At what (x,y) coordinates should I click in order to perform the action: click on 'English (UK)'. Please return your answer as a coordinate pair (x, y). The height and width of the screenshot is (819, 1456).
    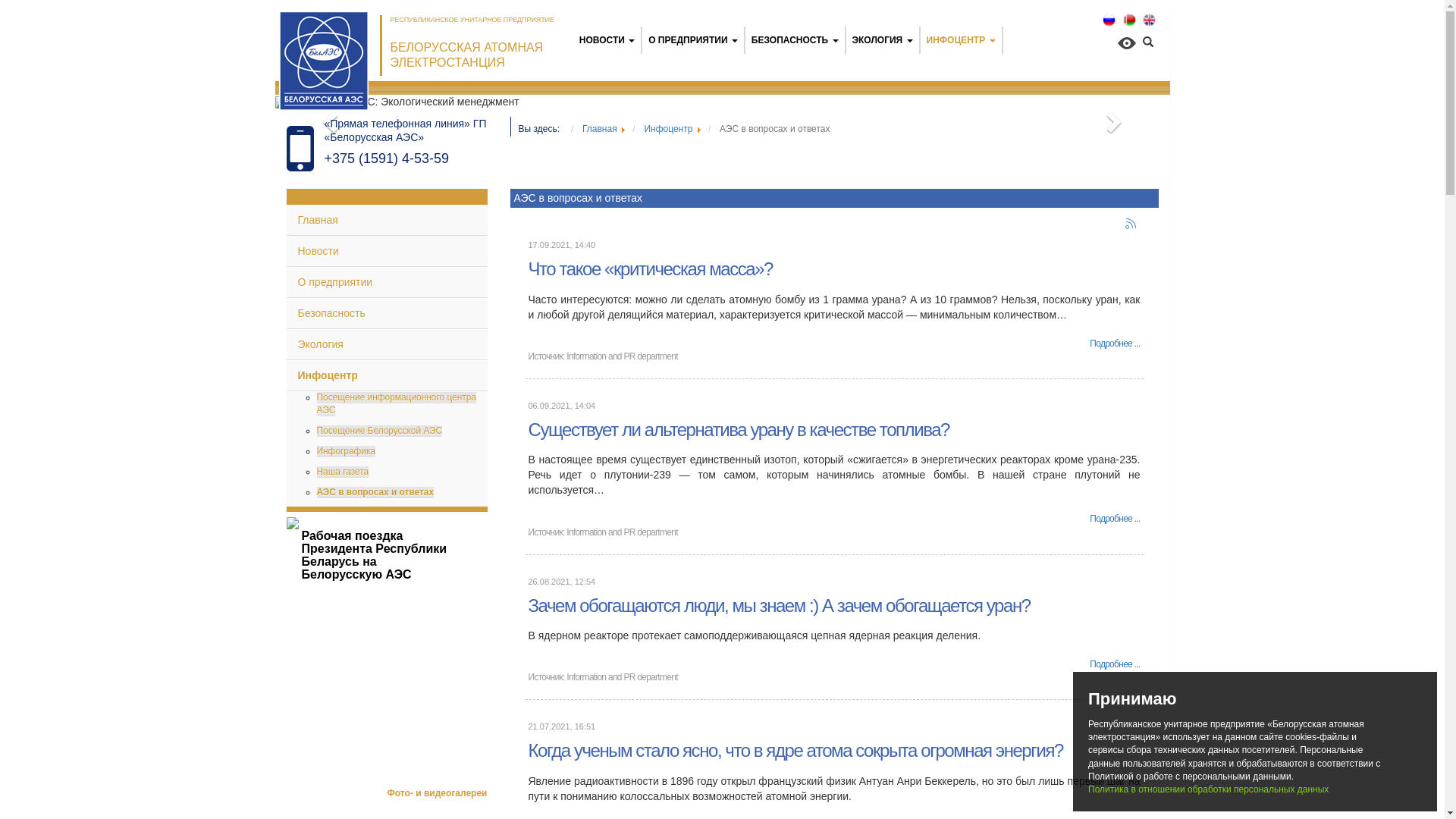
    Looking at the image, I should click on (1149, 20).